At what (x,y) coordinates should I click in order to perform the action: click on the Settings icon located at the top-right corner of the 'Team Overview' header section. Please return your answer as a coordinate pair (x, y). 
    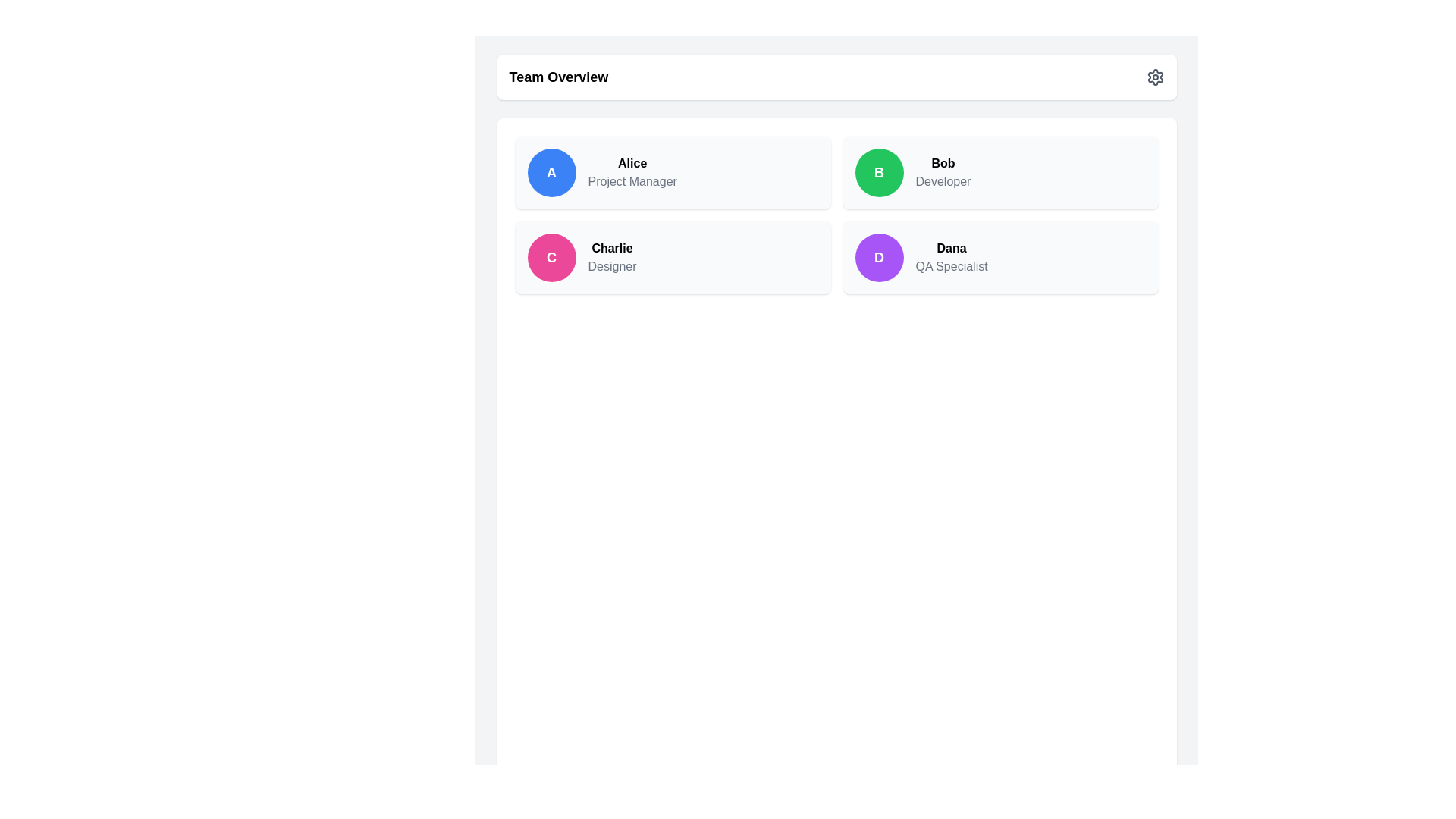
    Looking at the image, I should click on (1154, 77).